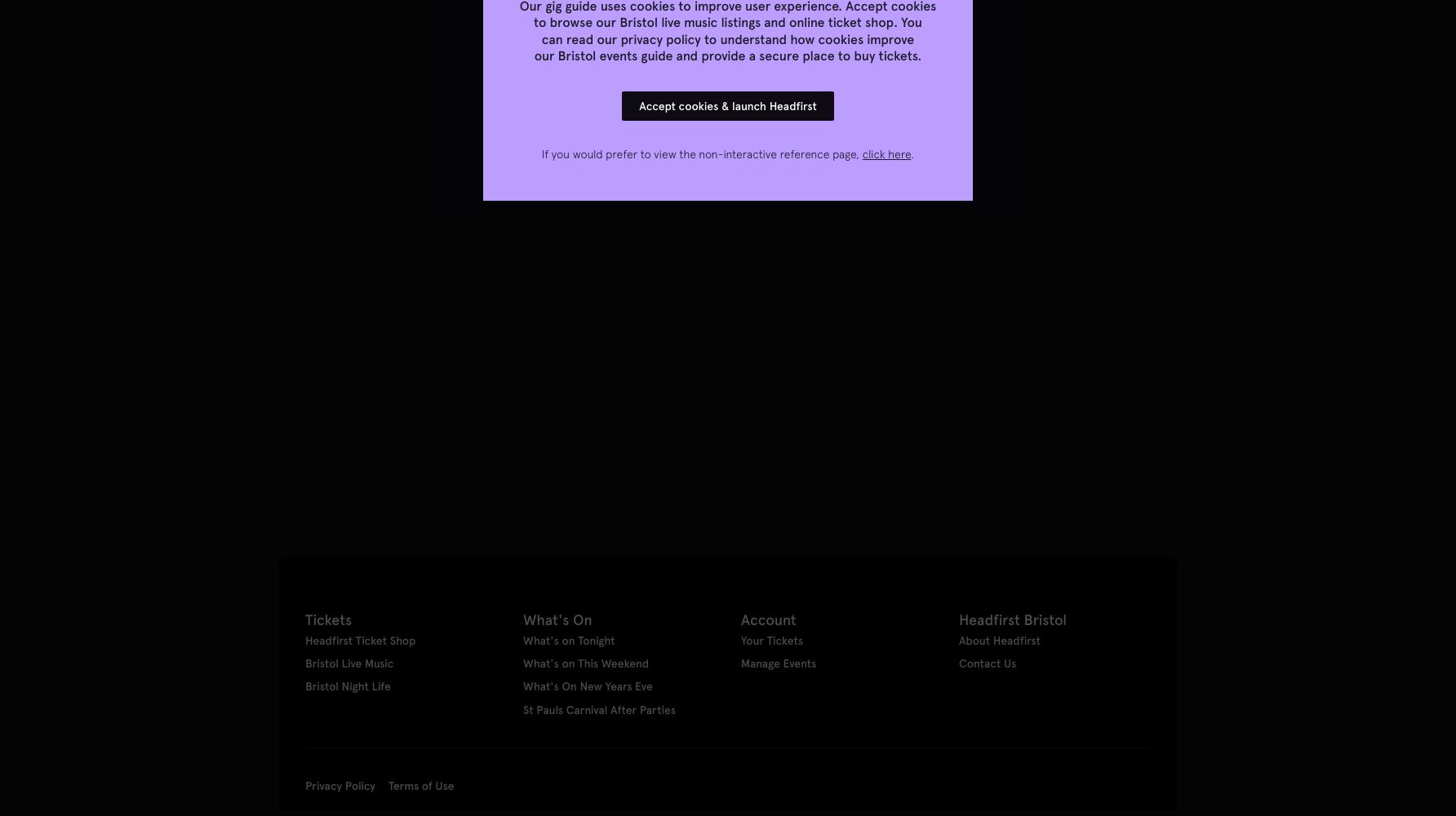 The height and width of the screenshot is (816, 1456). I want to click on 'Privacy Policy', so click(339, 784).